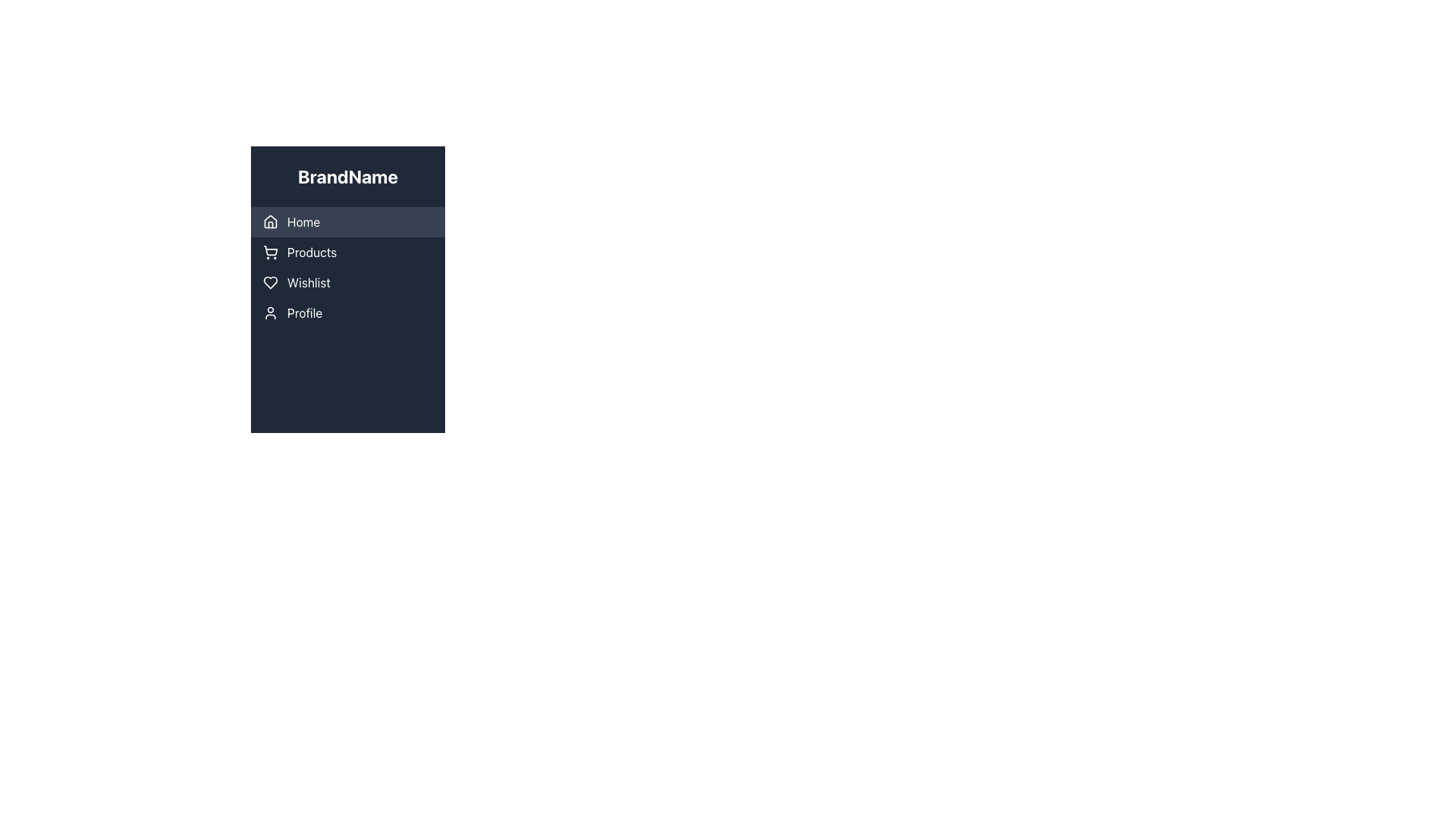  I want to click on the 'Wishlist' button in the sidebar navigation menu, so click(347, 283).